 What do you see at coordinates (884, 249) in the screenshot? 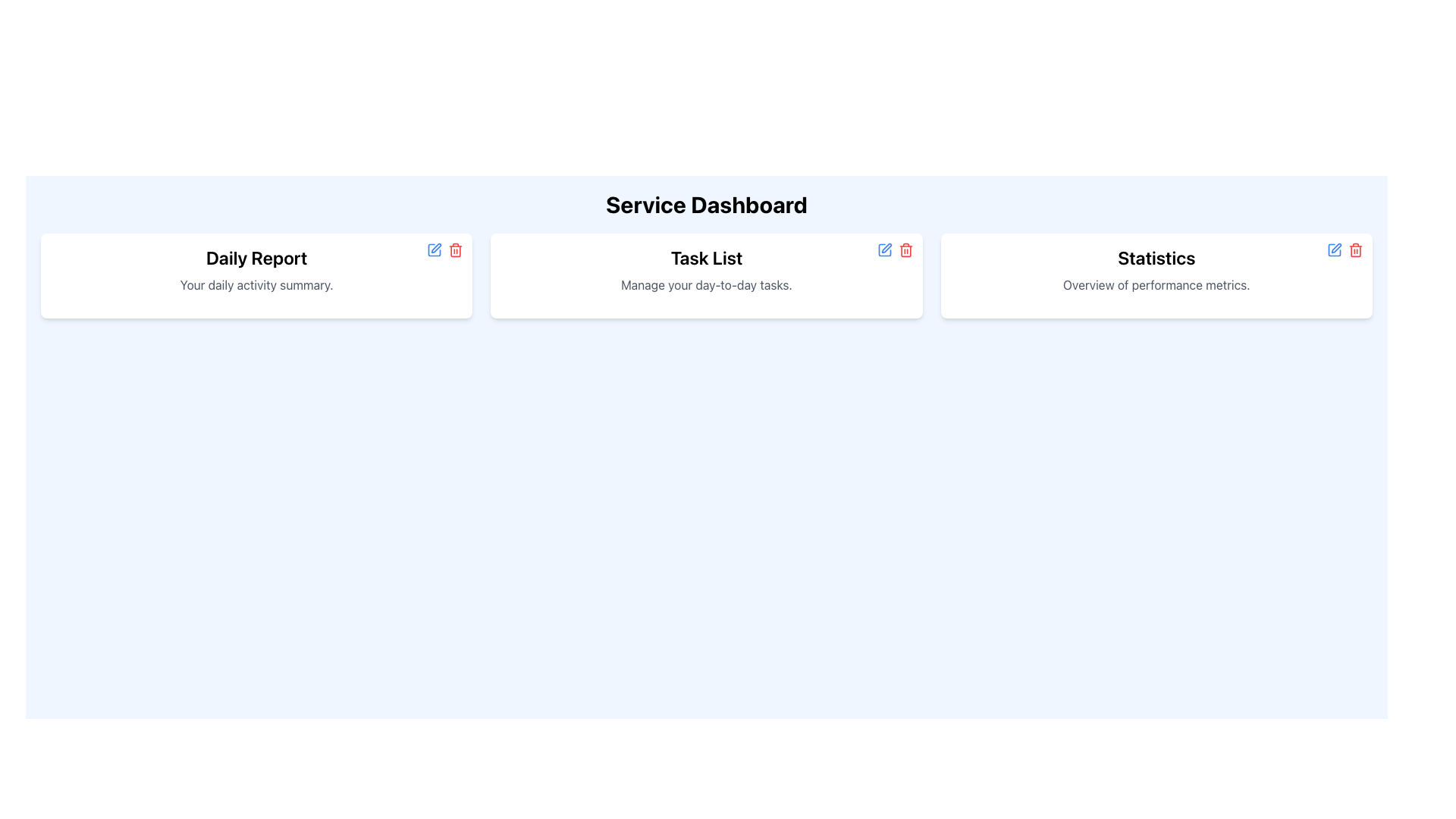
I see `the square outline with rounded corners in the SVG icon group located in the header of the 'Task List' card` at bounding box center [884, 249].